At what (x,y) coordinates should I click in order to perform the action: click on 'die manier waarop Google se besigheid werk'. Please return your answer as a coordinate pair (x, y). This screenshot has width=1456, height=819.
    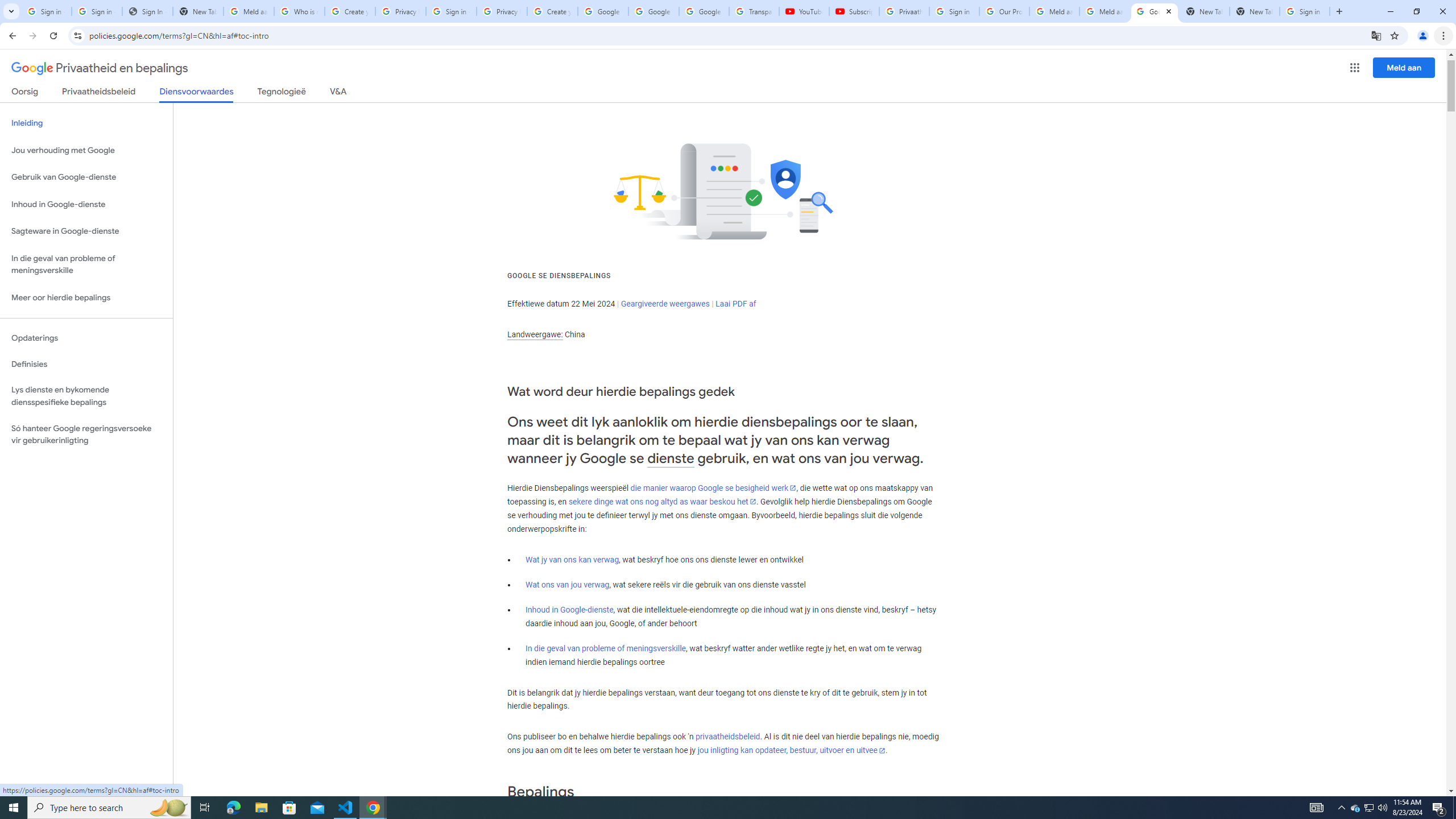
    Looking at the image, I should click on (713, 487).